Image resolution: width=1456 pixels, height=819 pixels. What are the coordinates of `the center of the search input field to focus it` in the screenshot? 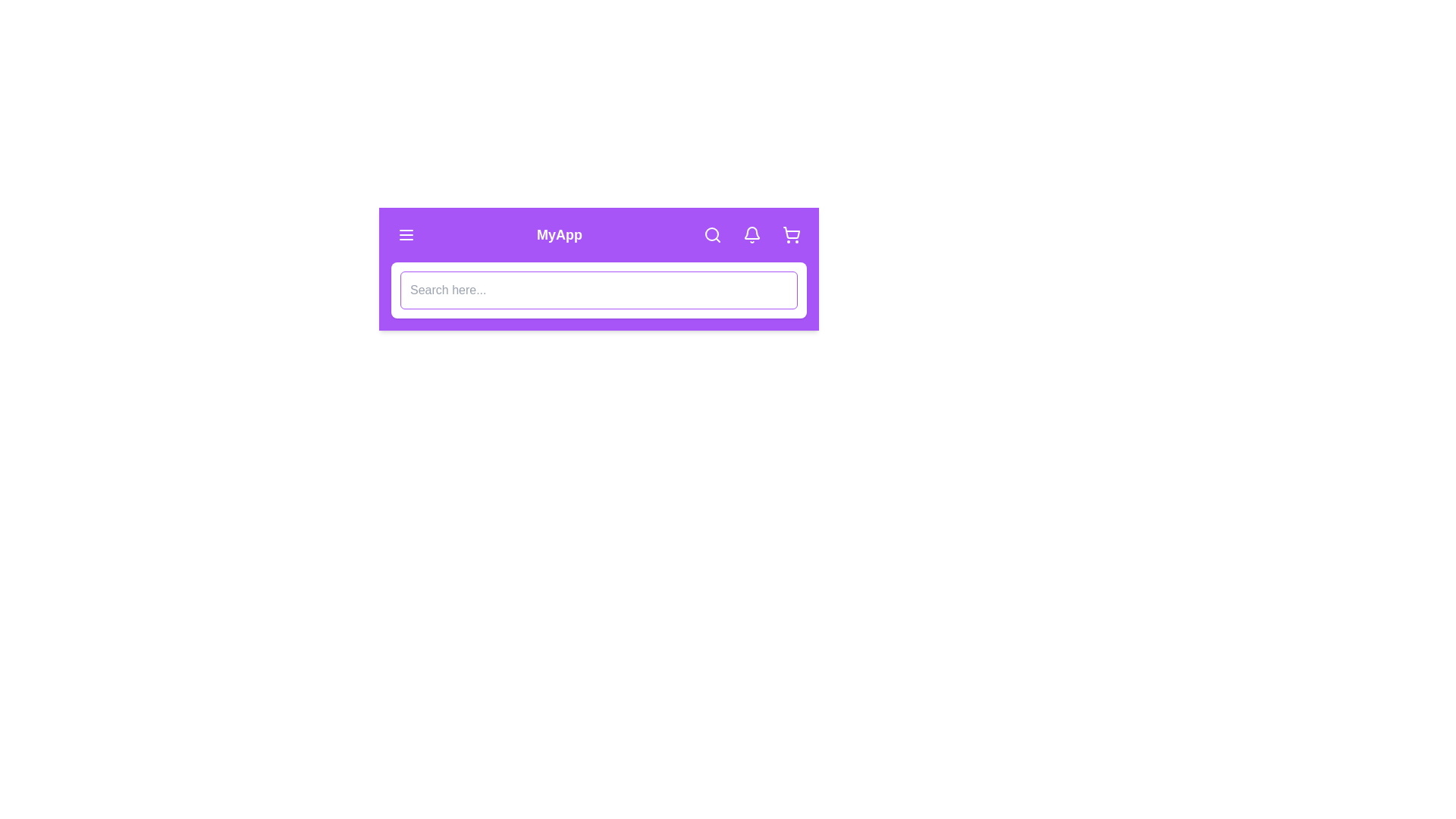 It's located at (598, 290).